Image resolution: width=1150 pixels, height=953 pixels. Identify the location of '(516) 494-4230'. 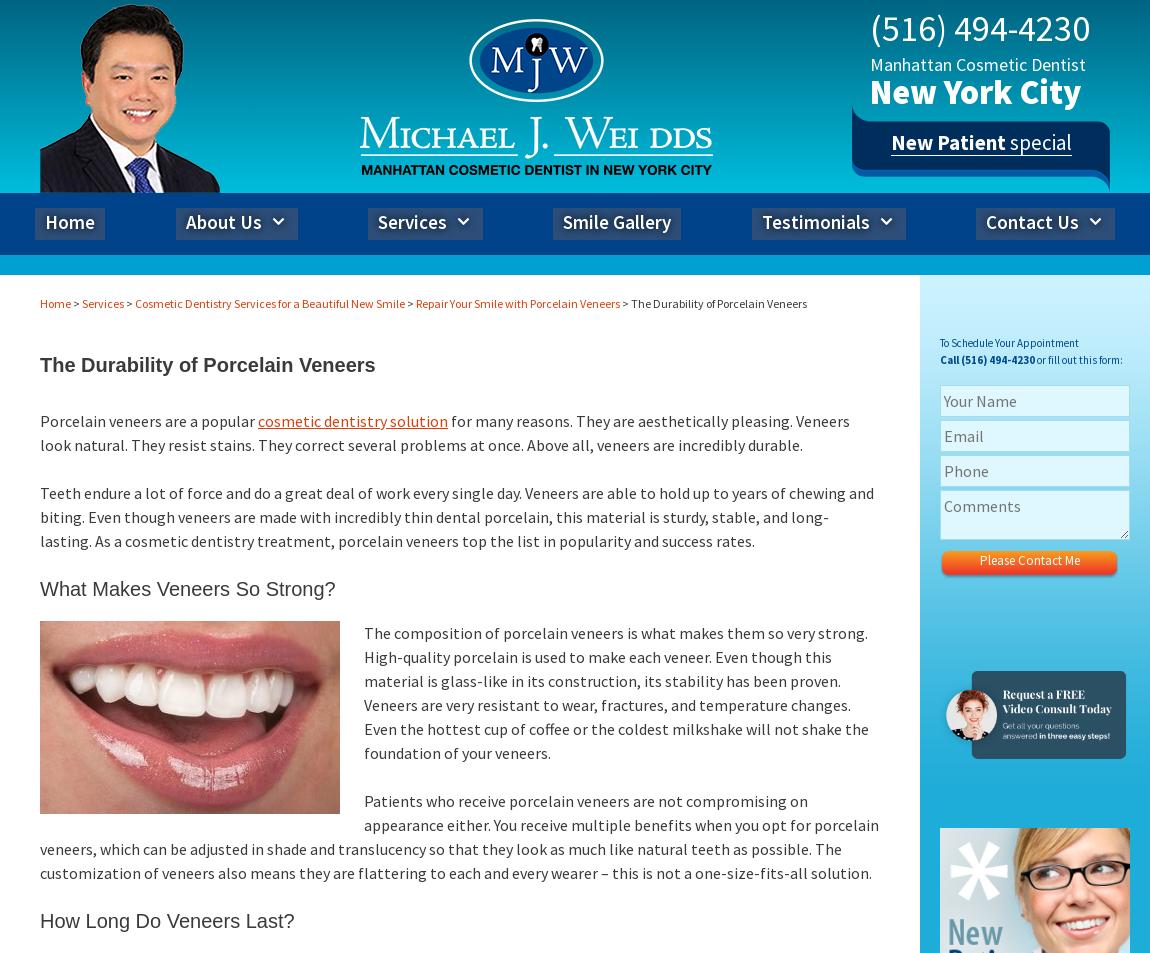
(997, 357).